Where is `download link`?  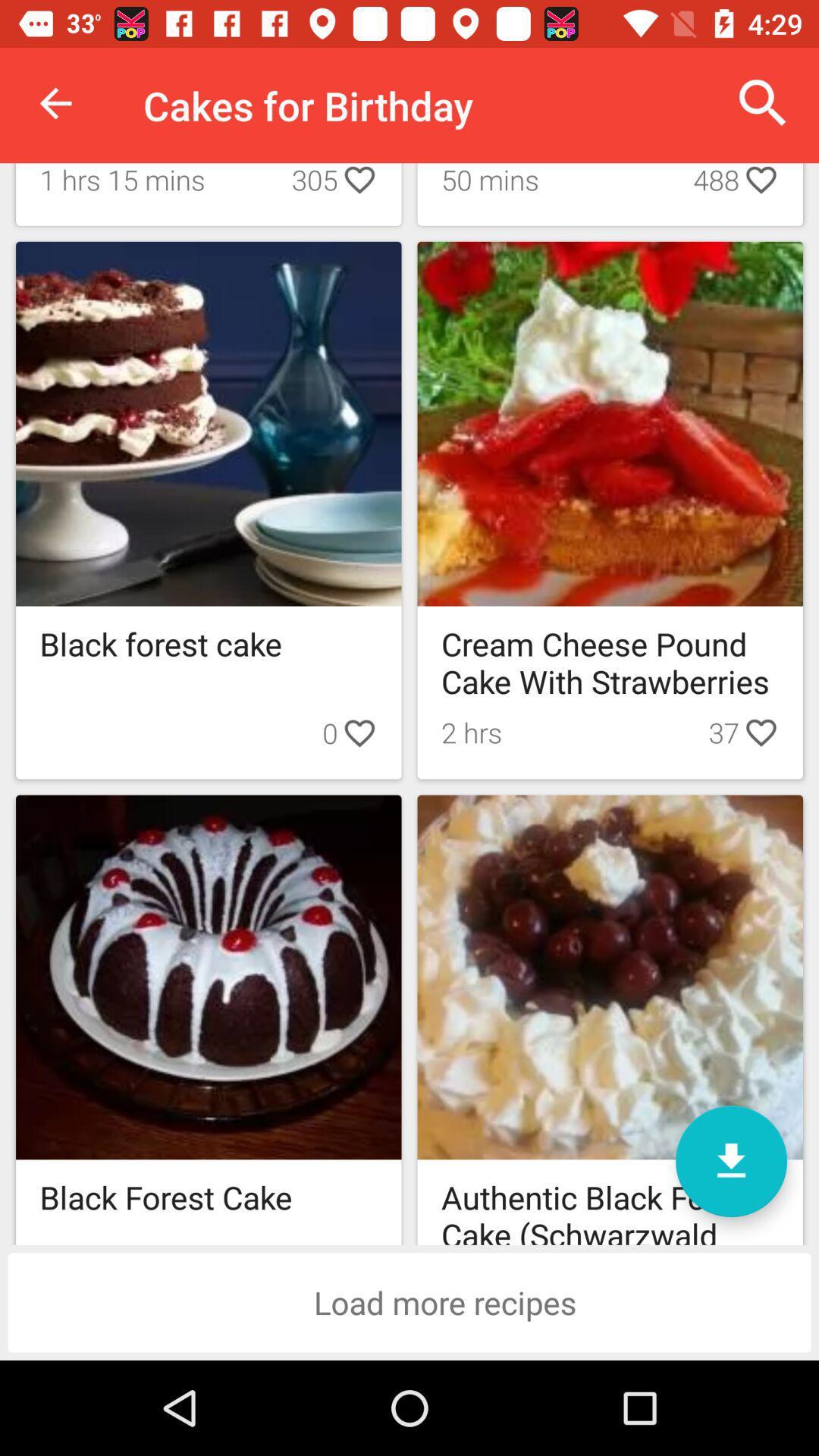
download link is located at coordinates (730, 1160).